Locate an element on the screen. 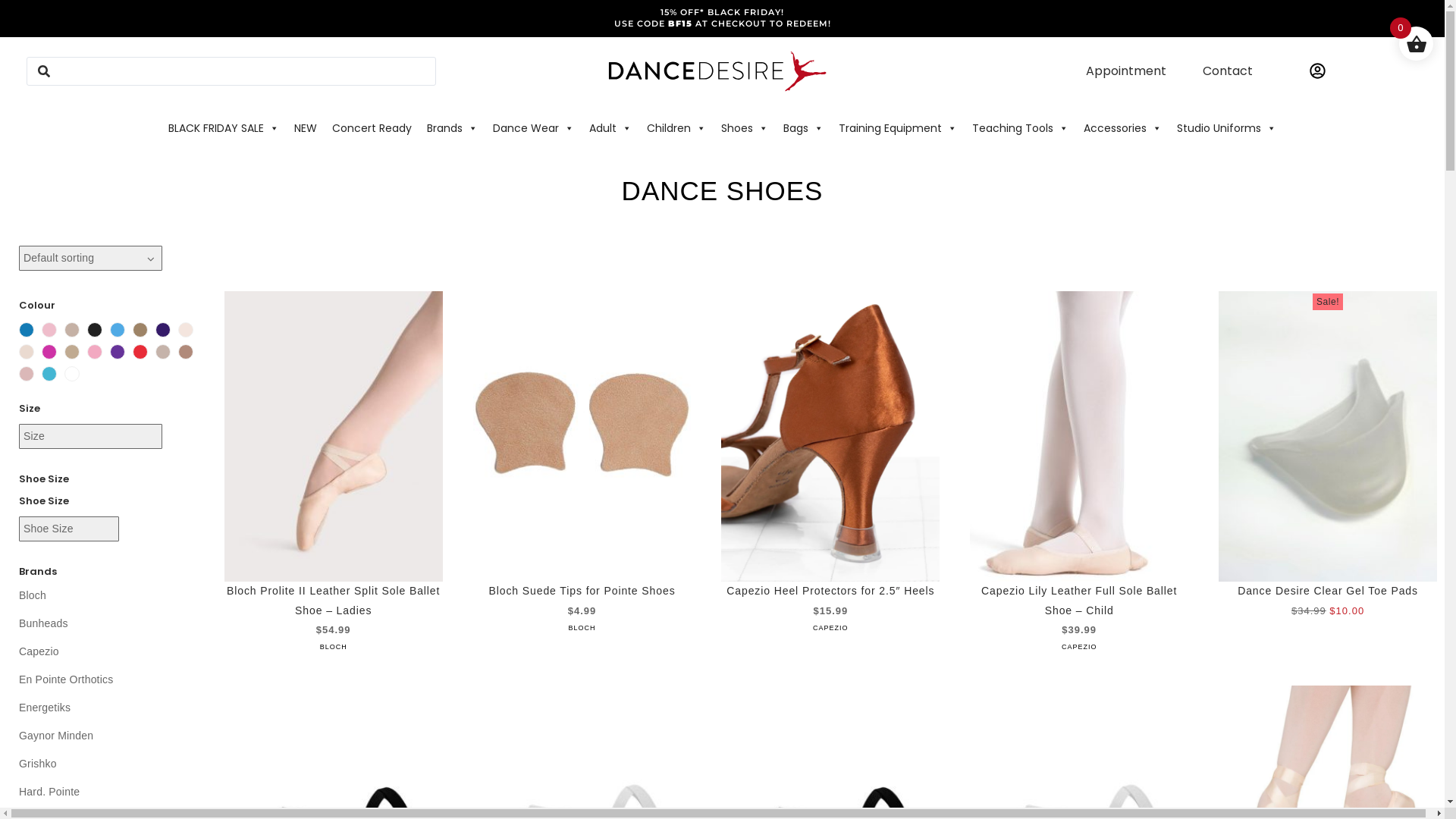 Image resolution: width=1456 pixels, height=819 pixels. 'NEW' is located at coordinates (305, 127).